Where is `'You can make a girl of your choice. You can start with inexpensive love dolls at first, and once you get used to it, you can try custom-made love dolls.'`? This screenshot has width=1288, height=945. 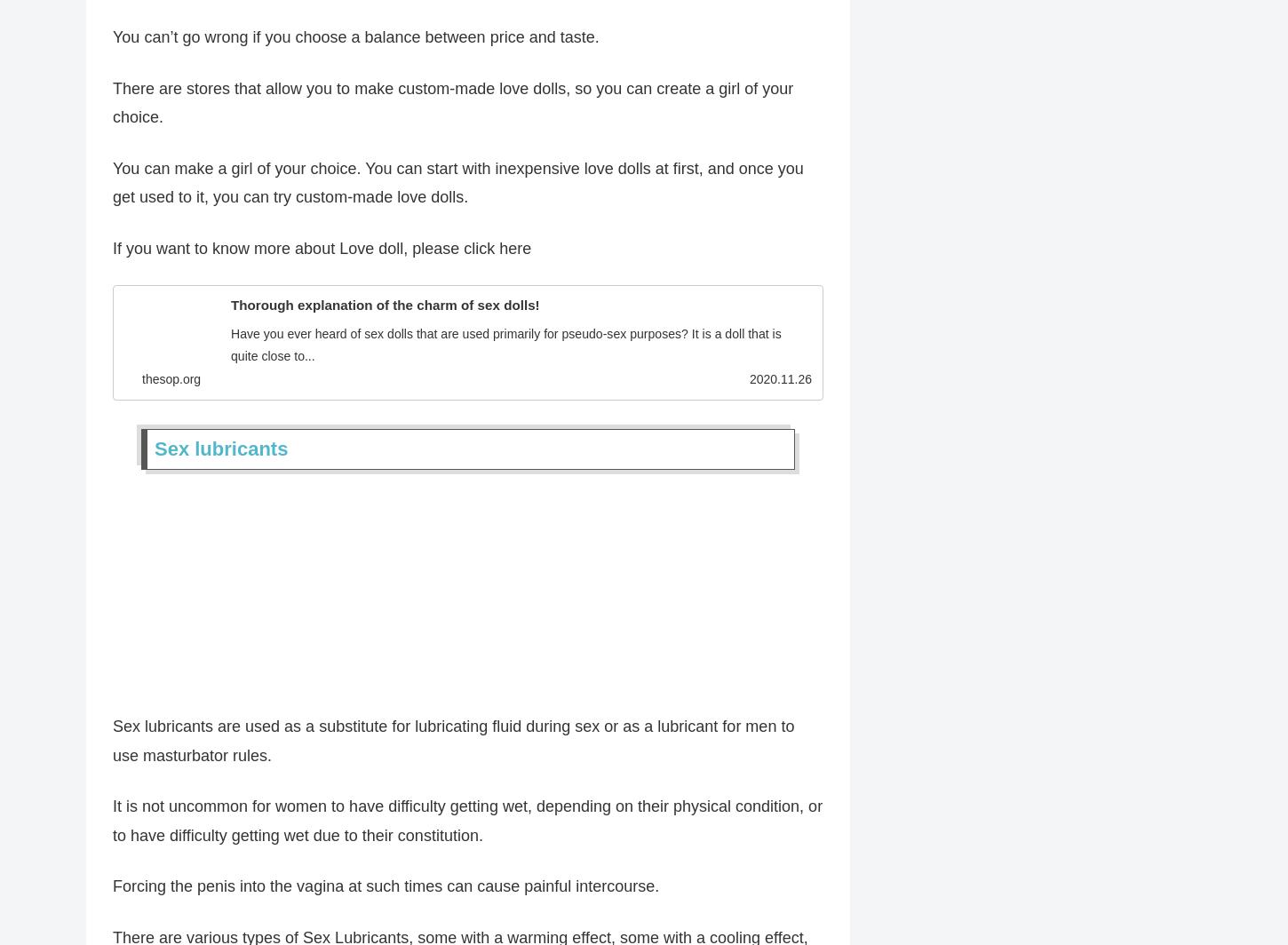
'You can make a girl of your choice. You can start with inexpensive love dolls at first, and once you get used to it, you can try custom-made love dolls.' is located at coordinates (457, 187).